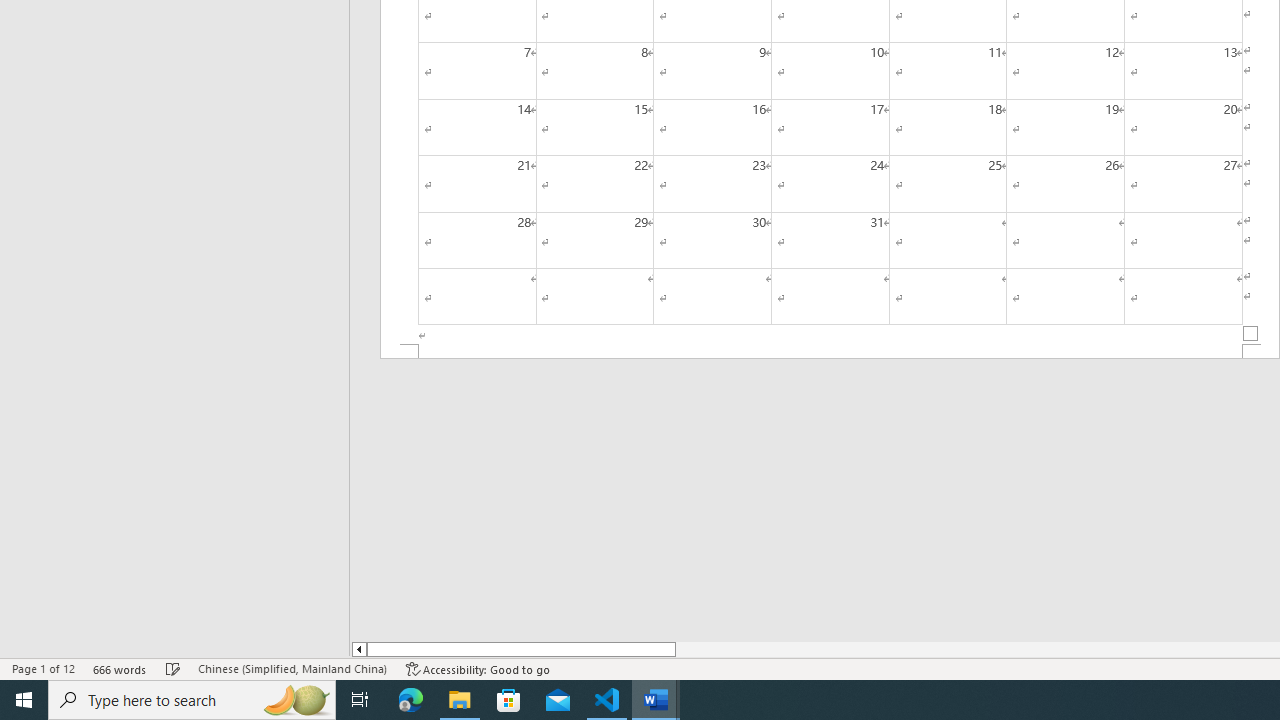 Image resolution: width=1280 pixels, height=720 pixels. Describe the element at coordinates (477, 669) in the screenshot. I see `'Accessibility Checker Accessibility: Good to go'` at that location.